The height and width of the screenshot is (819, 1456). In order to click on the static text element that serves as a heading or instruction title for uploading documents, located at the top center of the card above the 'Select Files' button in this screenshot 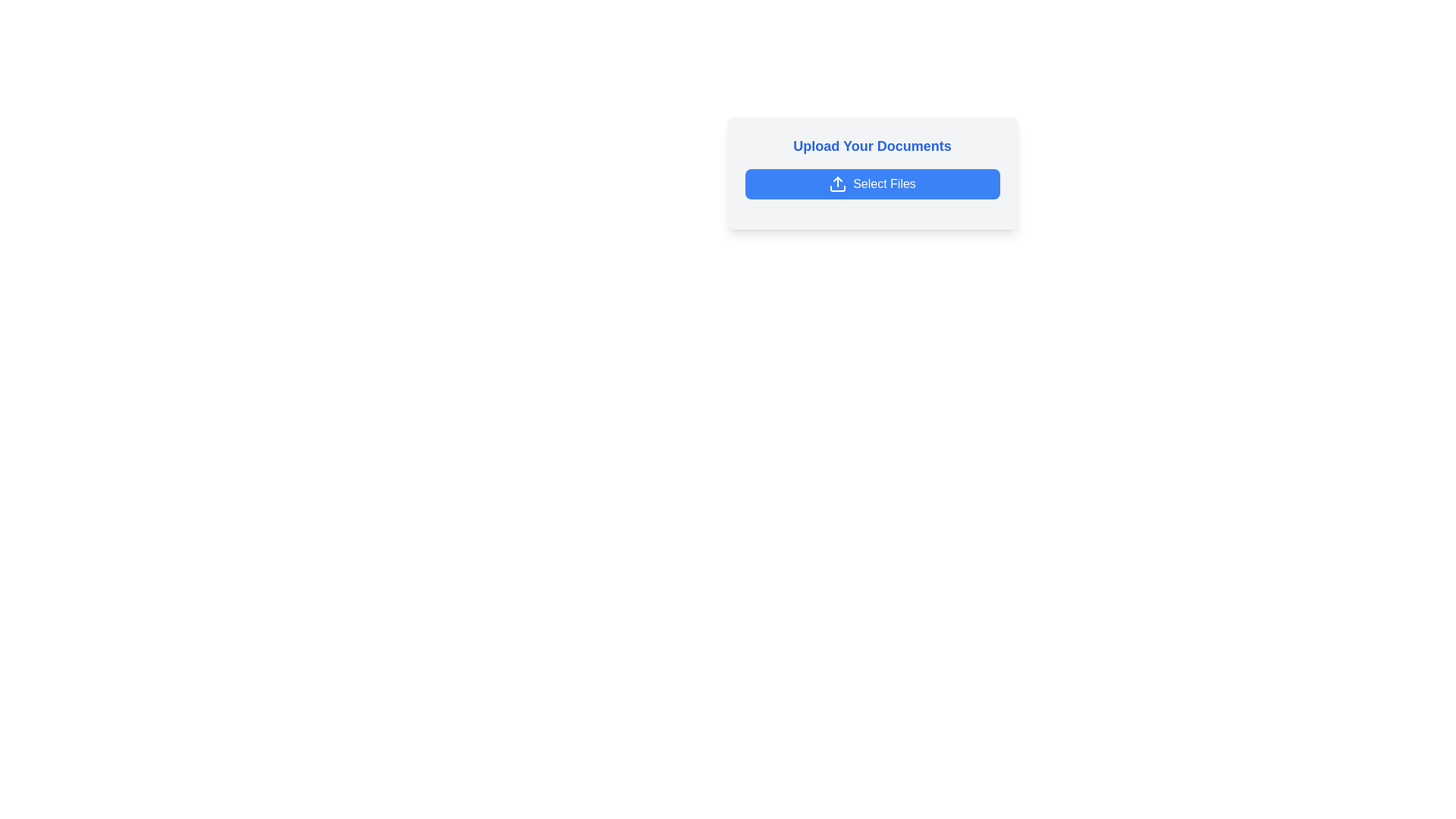, I will do `click(872, 146)`.